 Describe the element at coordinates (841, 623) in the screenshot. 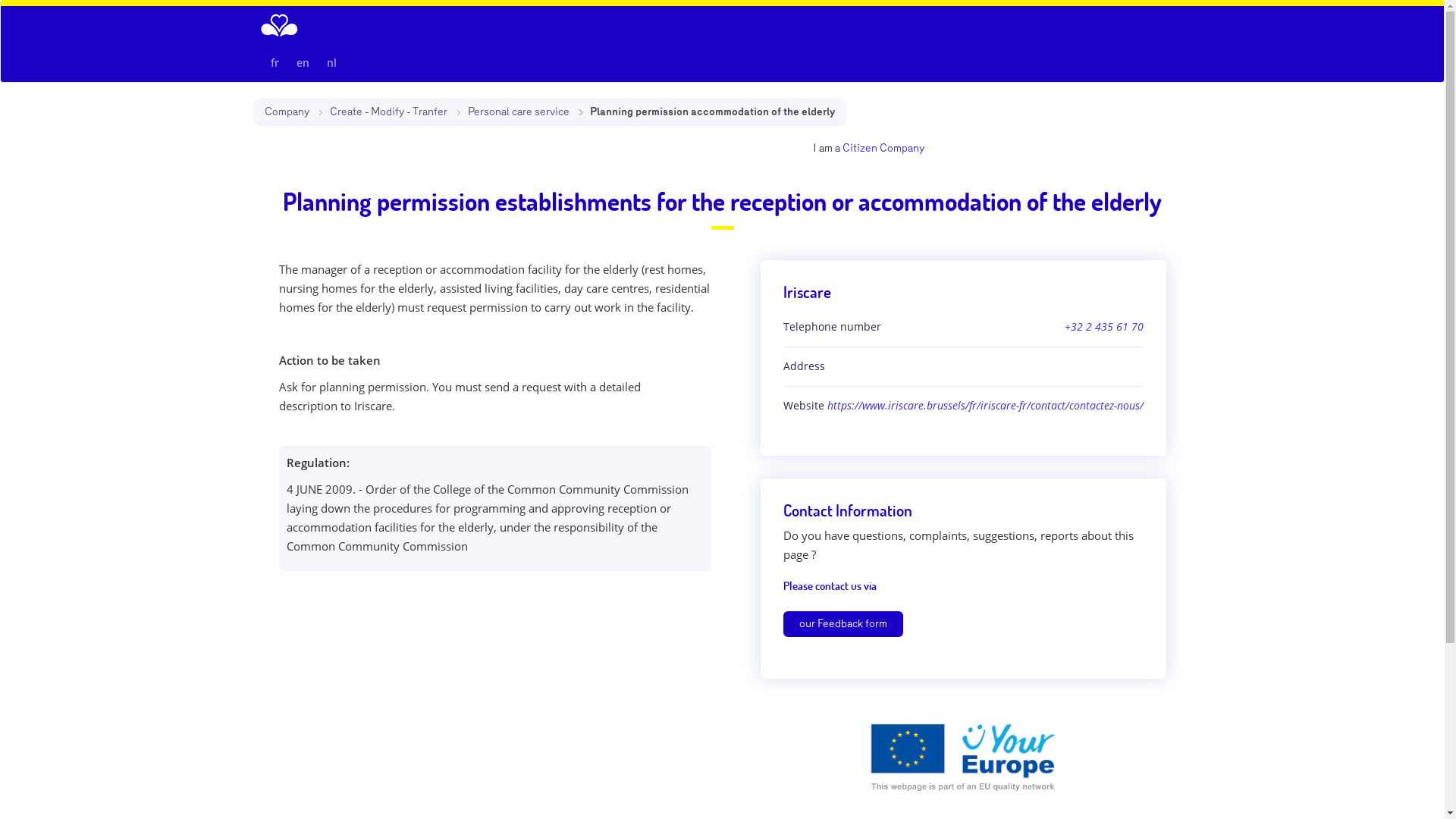

I see `'our Feedback form'` at that location.